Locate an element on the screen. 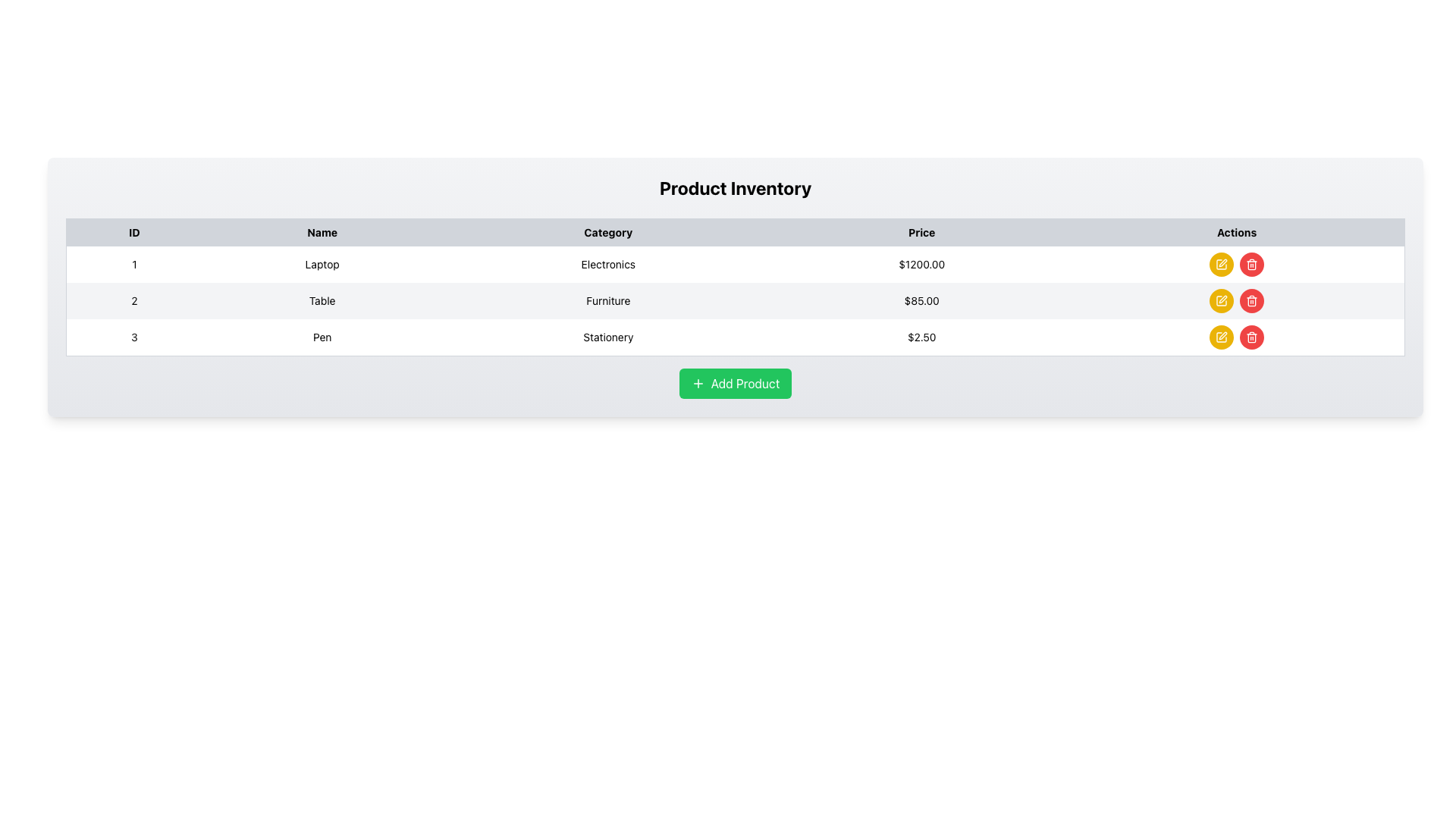 The height and width of the screenshot is (819, 1456). the Edit action button in the 'Actions' column of the third row is located at coordinates (1223, 262).